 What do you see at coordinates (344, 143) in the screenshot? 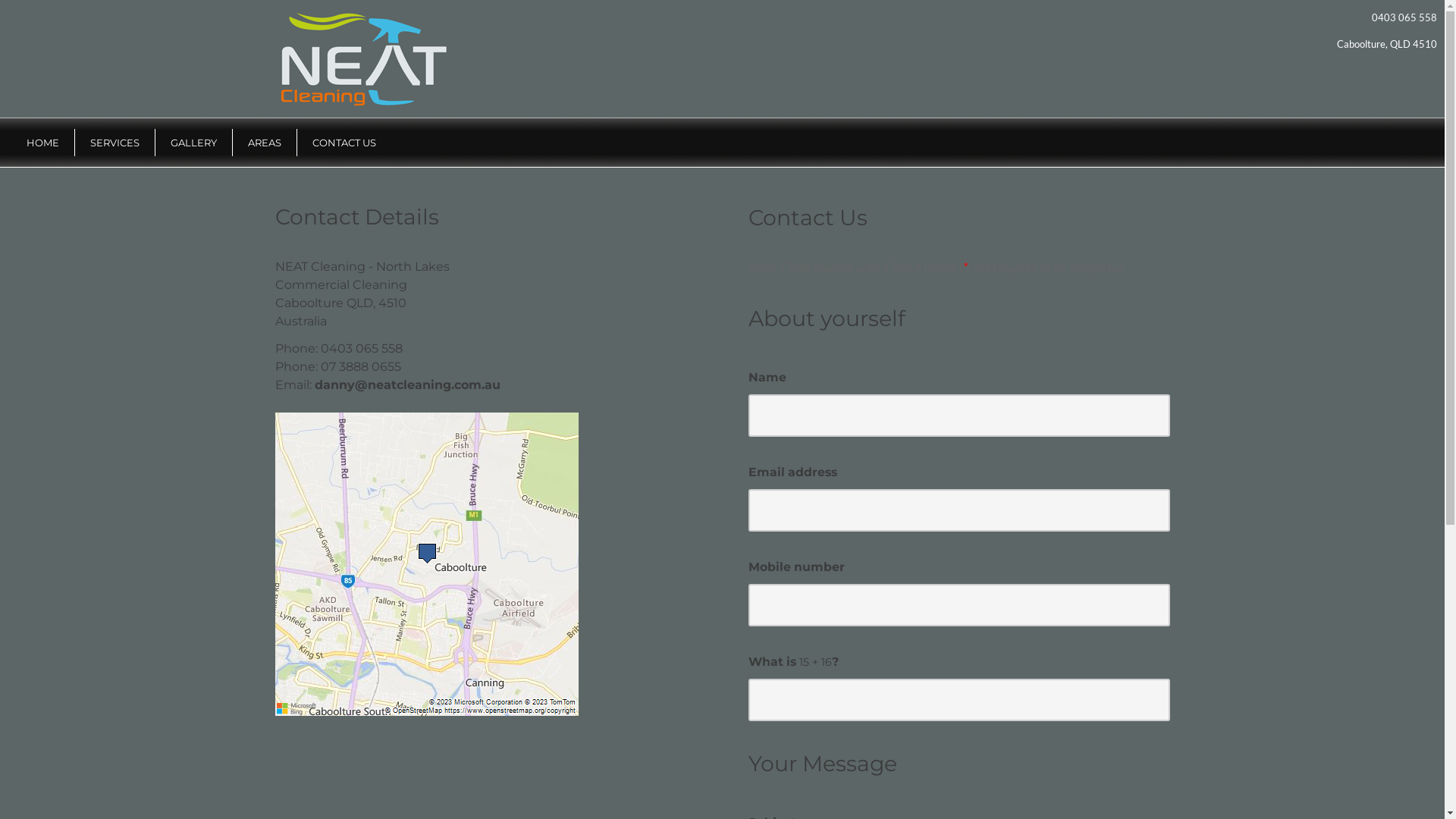
I see `'CONTACT US'` at bounding box center [344, 143].